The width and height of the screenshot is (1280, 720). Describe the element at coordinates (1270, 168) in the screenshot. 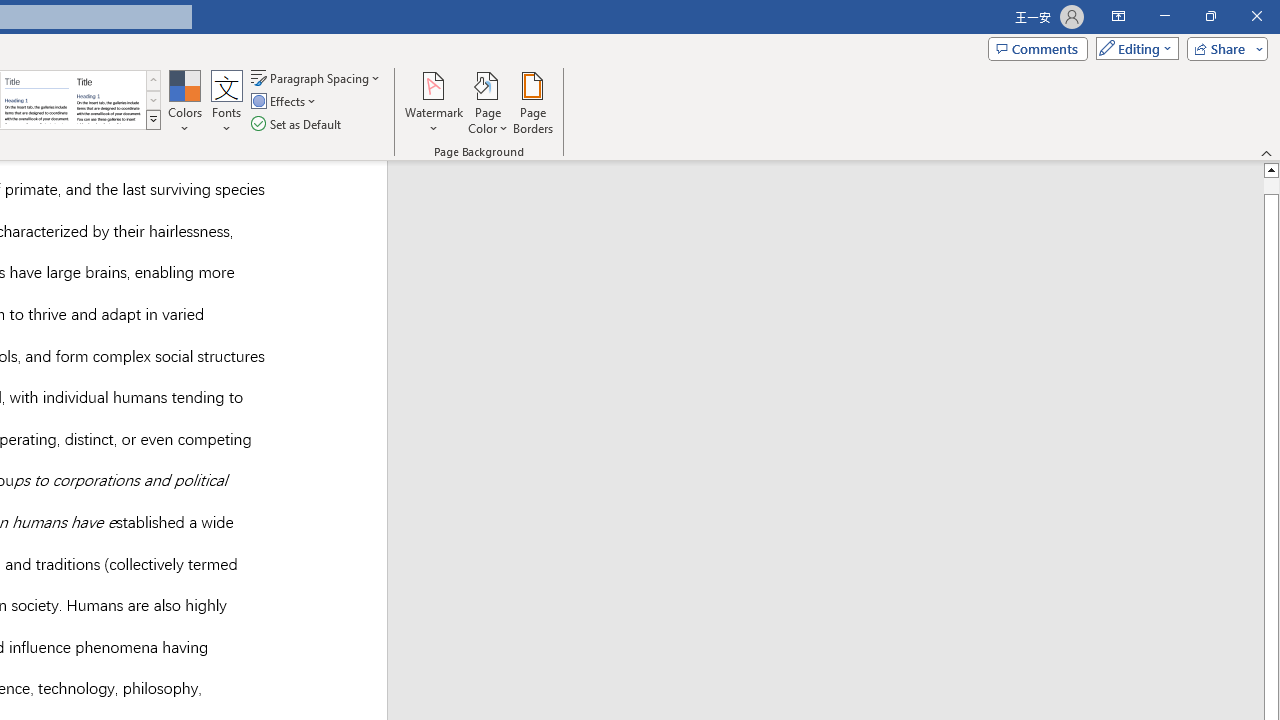

I see `'Line up'` at that location.